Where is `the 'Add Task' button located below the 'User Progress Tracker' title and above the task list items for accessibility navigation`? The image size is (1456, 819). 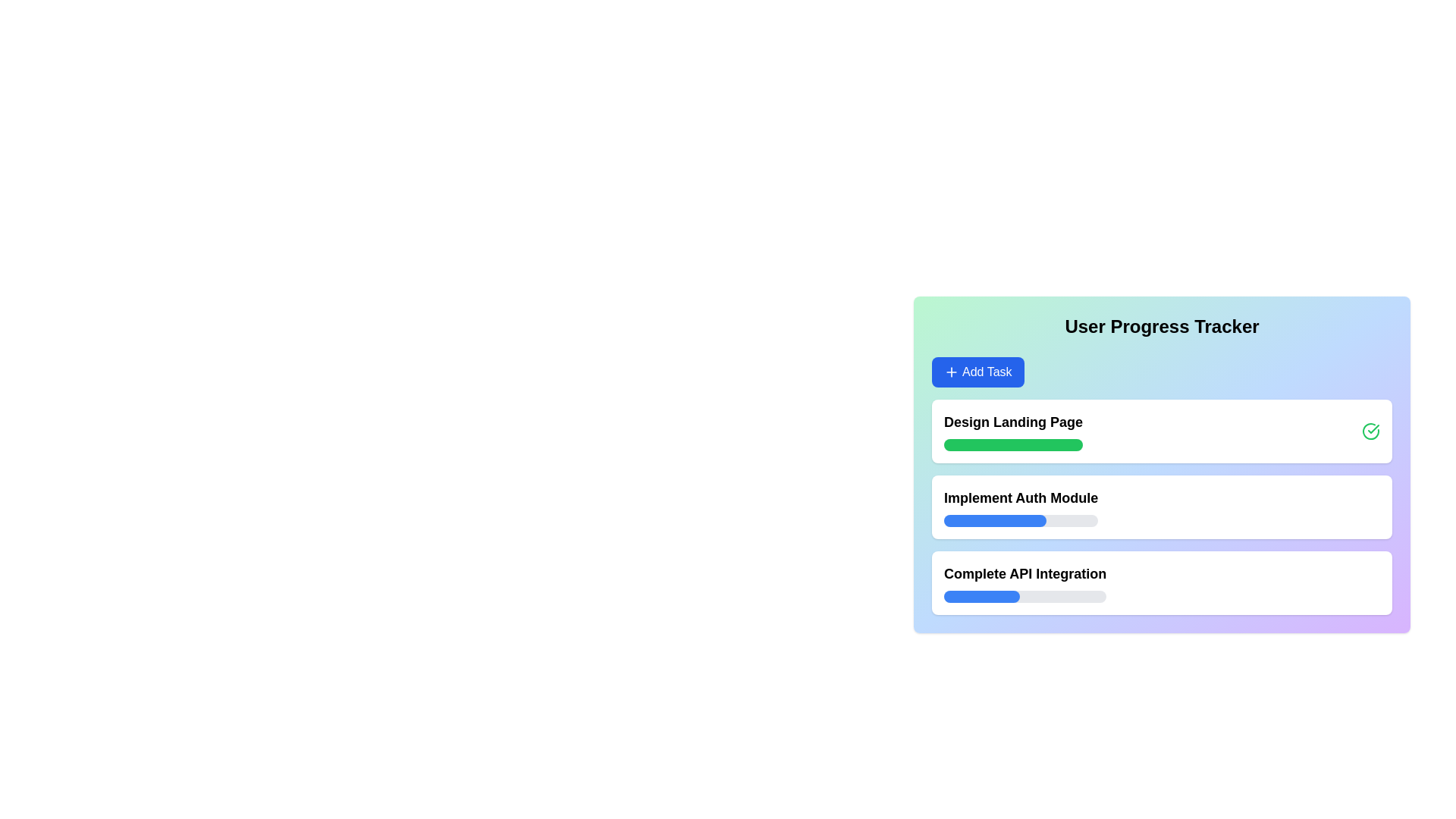 the 'Add Task' button located below the 'User Progress Tracker' title and above the task list items for accessibility navigation is located at coordinates (977, 372).